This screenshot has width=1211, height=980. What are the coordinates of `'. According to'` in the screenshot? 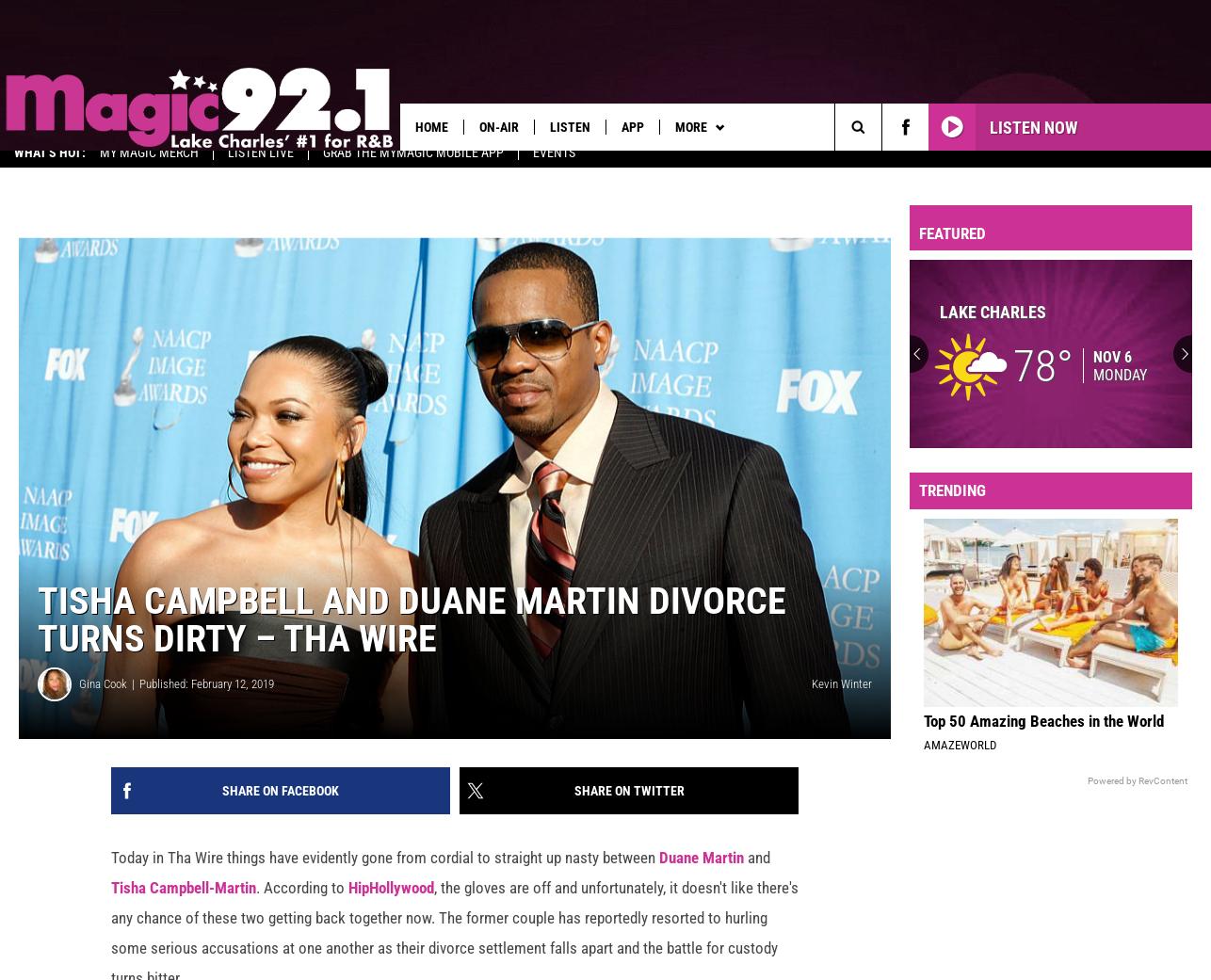 It's located at (255, 900).